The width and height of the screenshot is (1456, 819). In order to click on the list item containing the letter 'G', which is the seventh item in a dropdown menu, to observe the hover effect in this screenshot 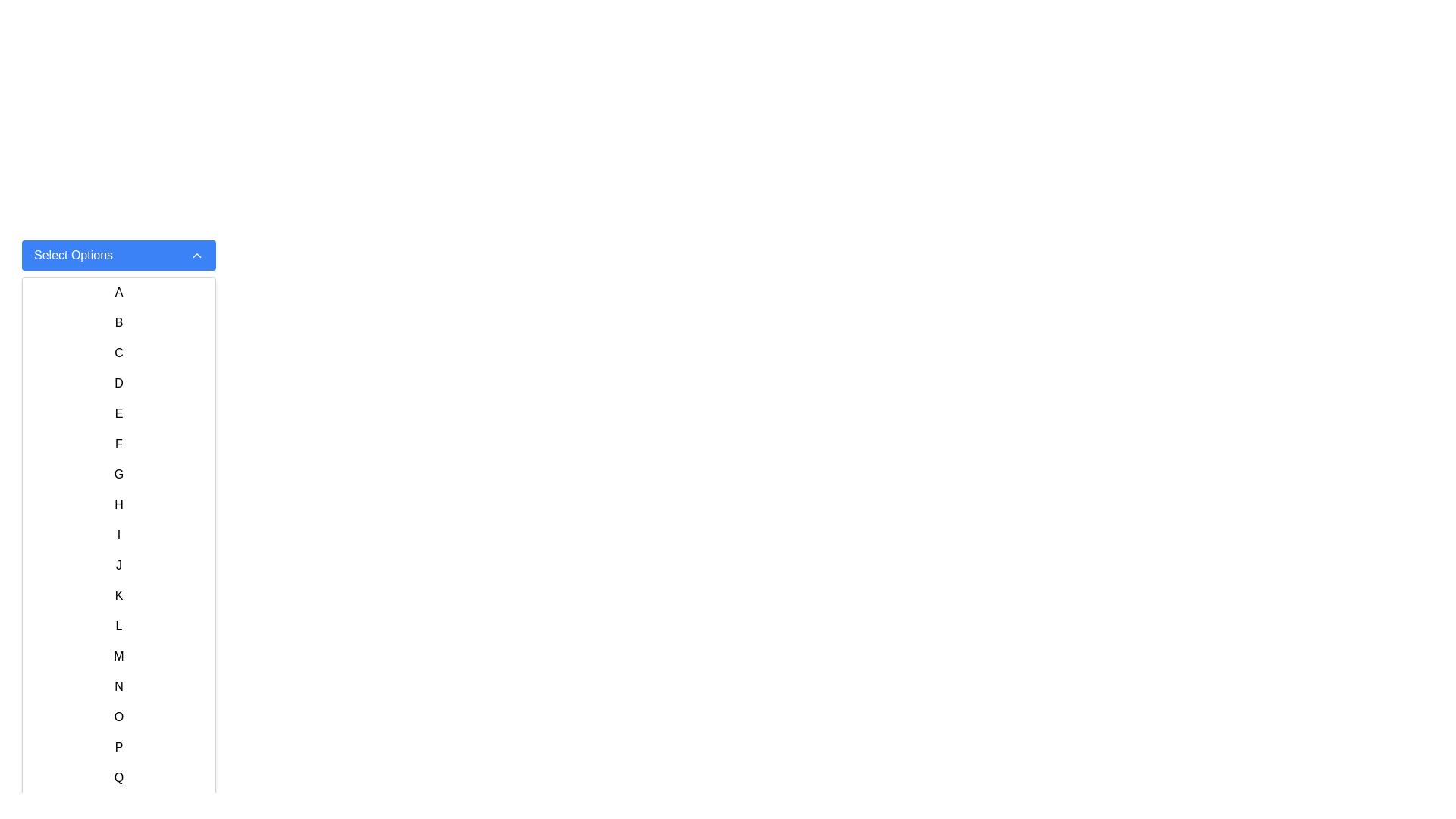, I will do `click(118, 473)`.